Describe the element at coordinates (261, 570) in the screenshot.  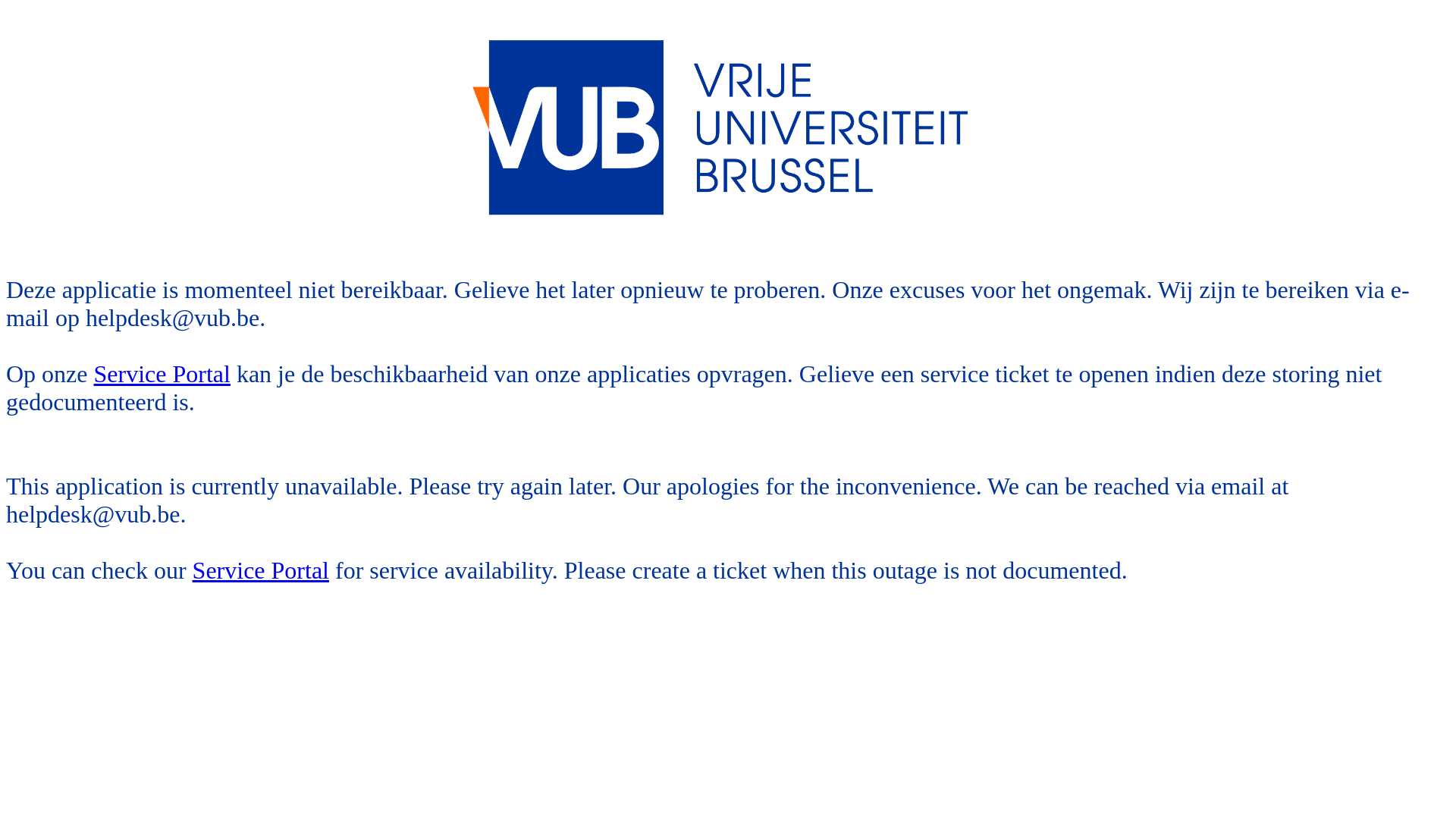
I see `'Service Portal'` at that location.